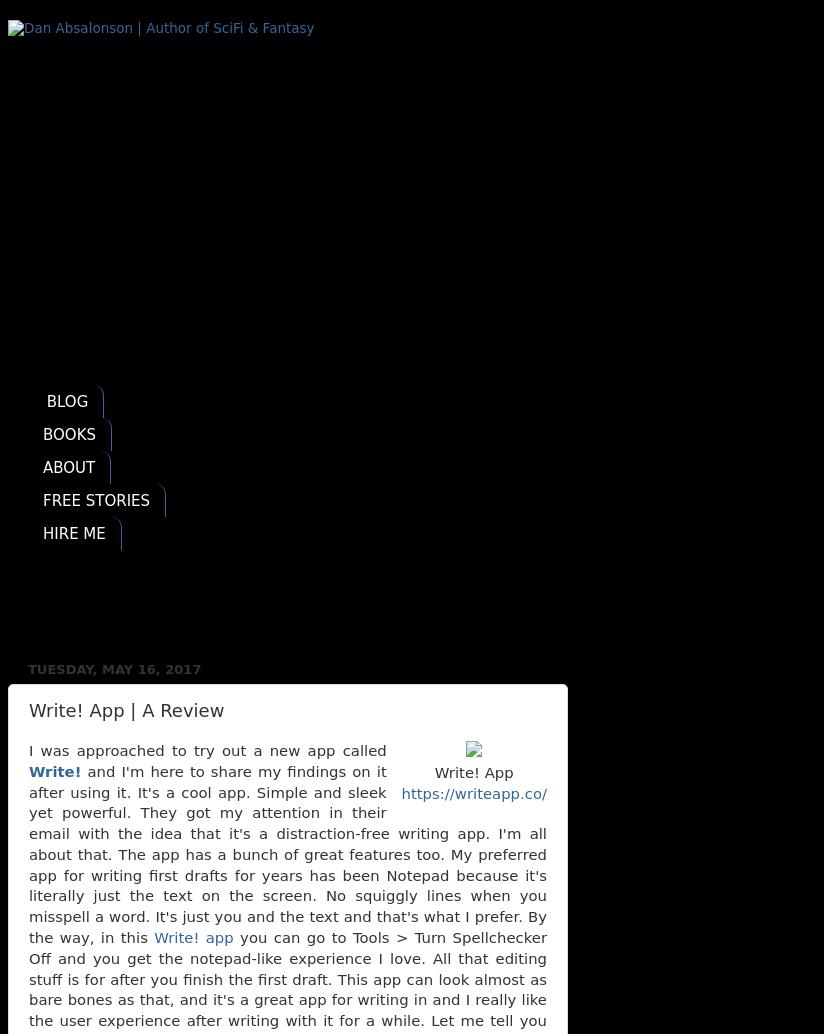 This screenshot has height=1034, width=824. I want to click on 'and I'm here to share my findings on it after using it. It's a cool app. Simple and sleek yet powerful. They got my attention in their email with the idea that it's a distraction-free writing app. I'm all about that. The app has a bunch of great features too. My preferred app for writing first drafts for years has been Notepad because it's literally just the text on the screen. No squiggly lines when you misspell a word. It's just you and the text and that's what I prefer. By the way, in this', so click(286, 853).